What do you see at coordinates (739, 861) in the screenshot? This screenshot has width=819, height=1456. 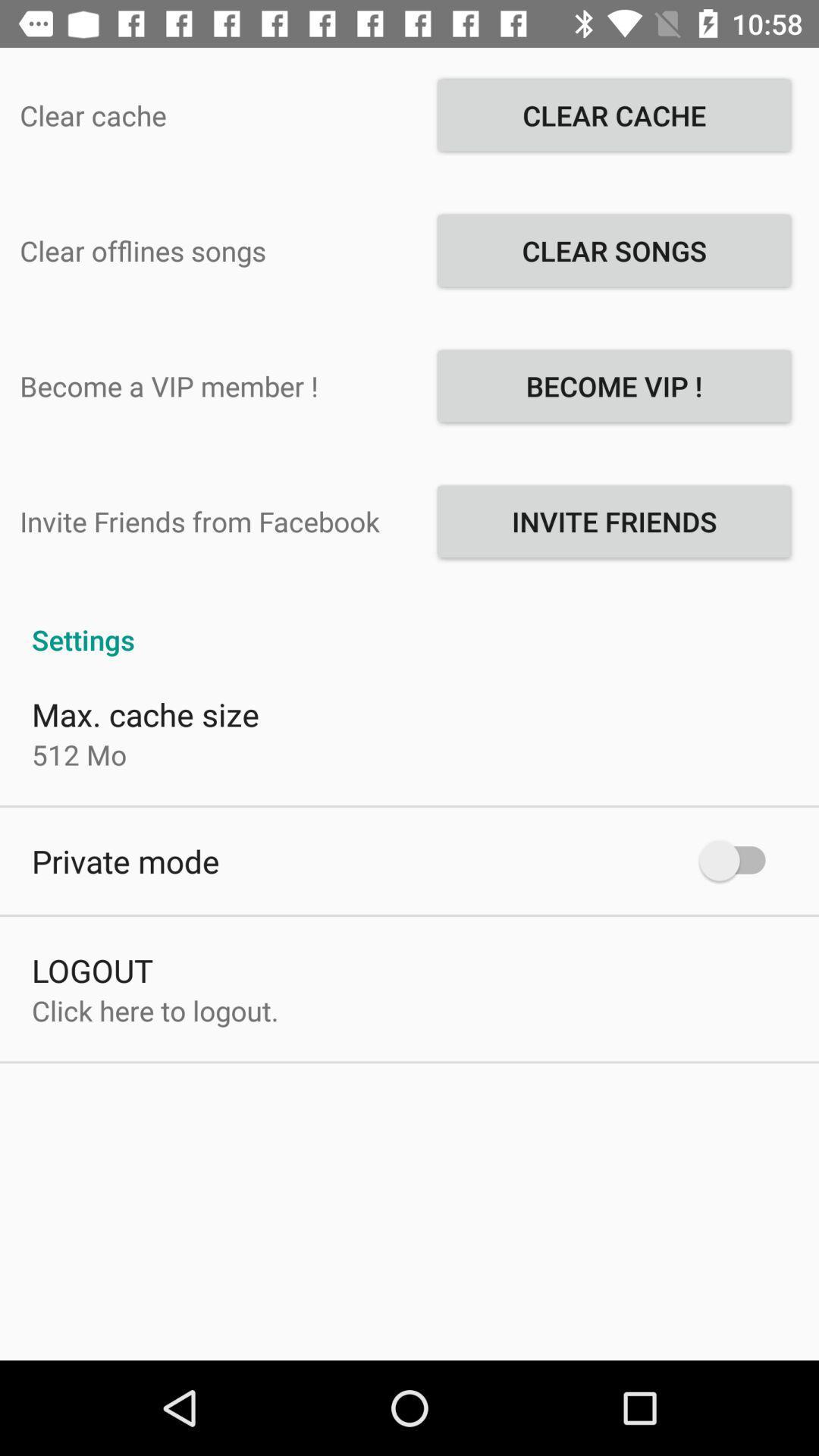 I see `the app next to private mode icon` at bounding box center [739, 861].